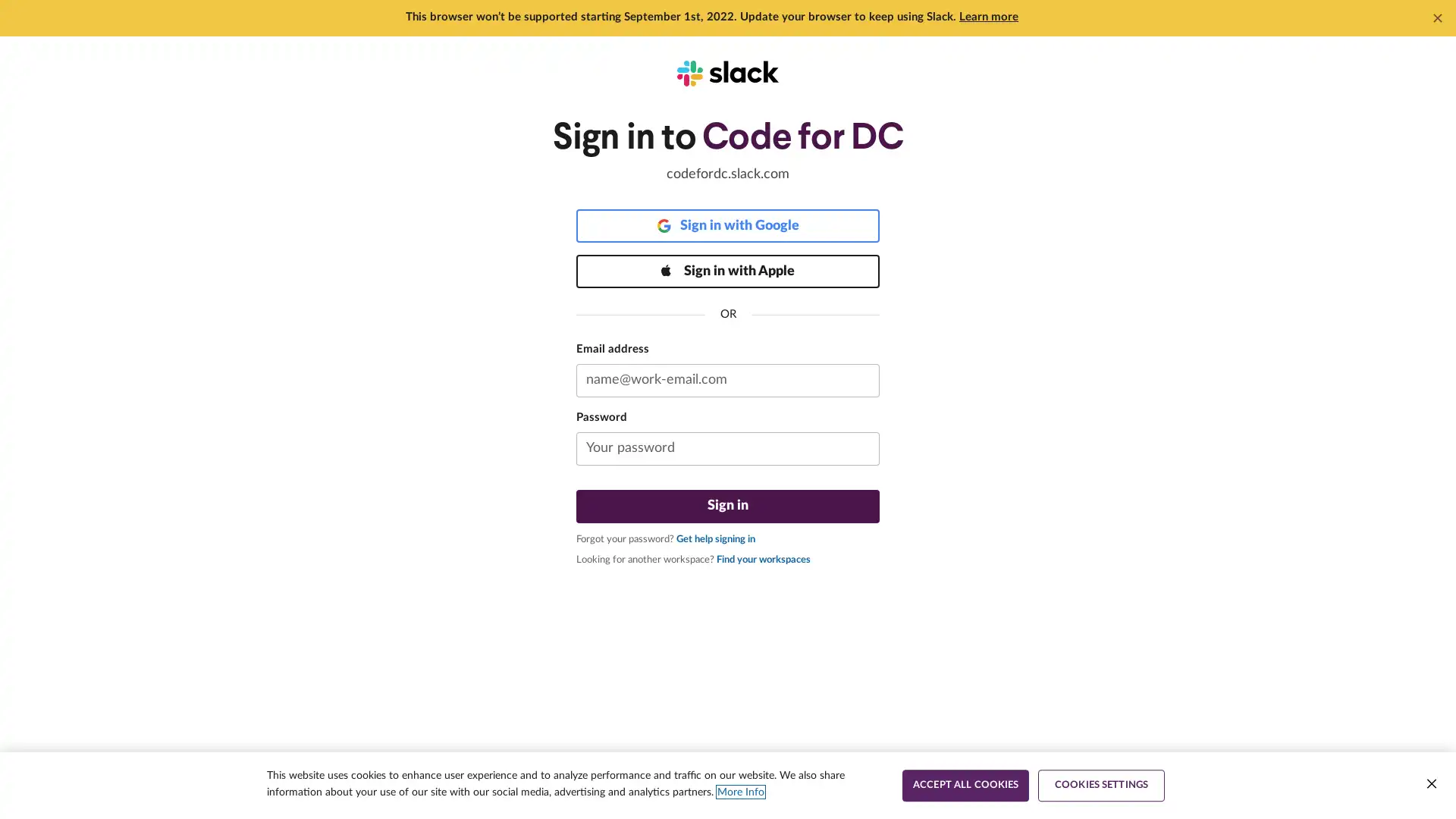 This screenshot has width=1456, height=819. I want to click on Sign in with Google, so click(728, 225).